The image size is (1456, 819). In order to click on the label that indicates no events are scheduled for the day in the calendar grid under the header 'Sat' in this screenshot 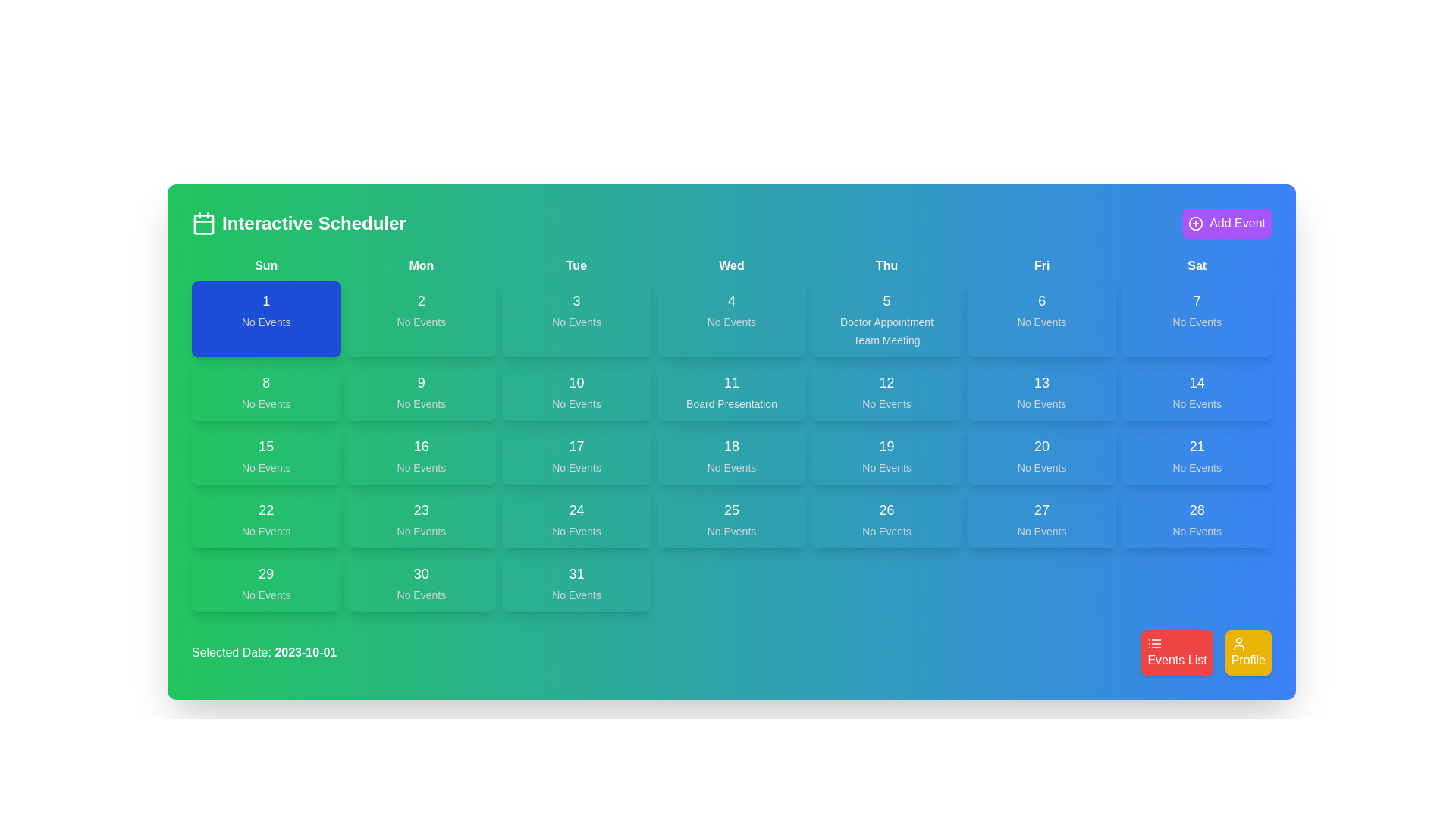, I will do `click(1196, 467)`.